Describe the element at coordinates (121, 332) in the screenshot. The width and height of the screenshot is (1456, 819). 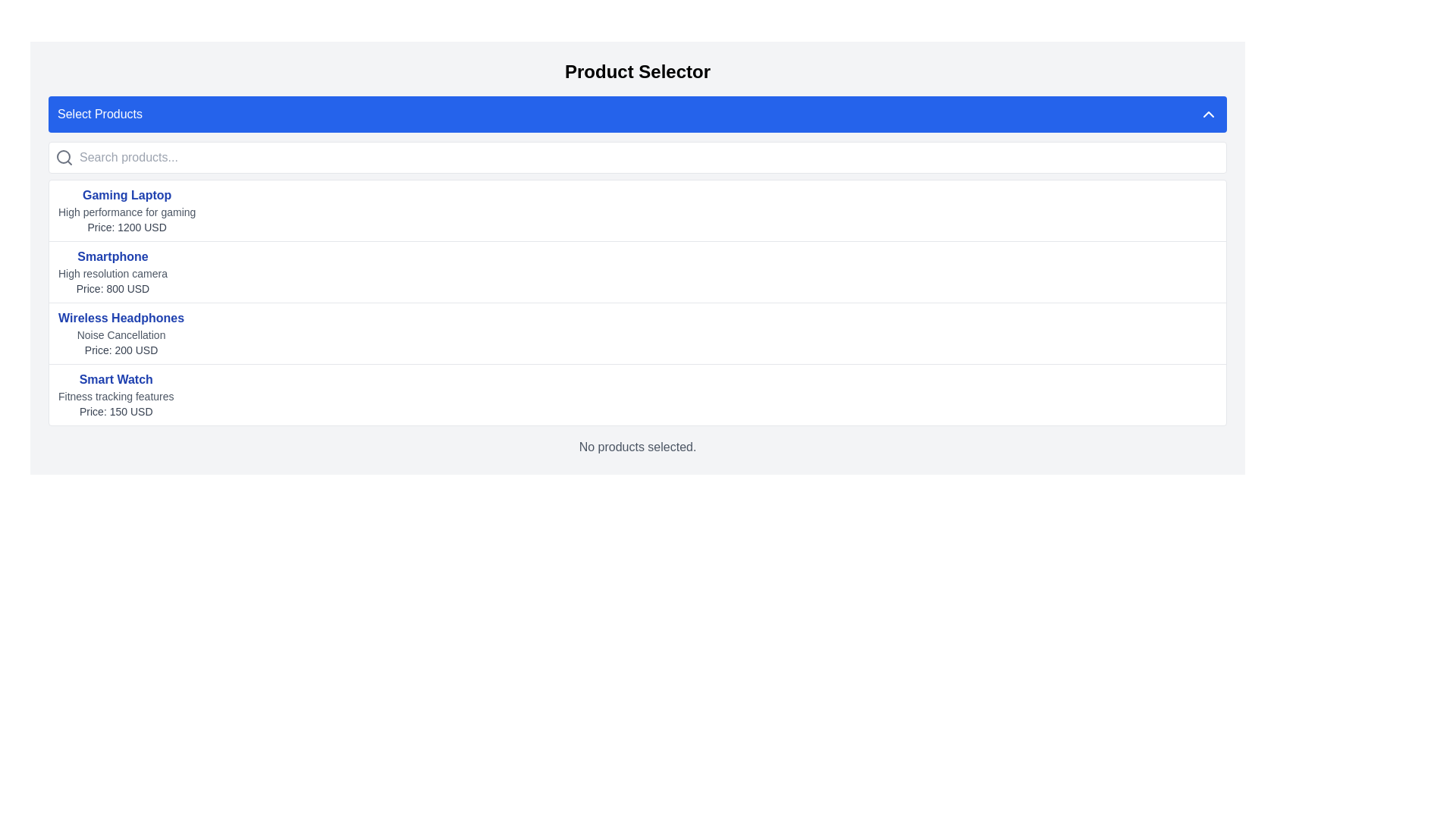
I see `the list item displaying 'Wireless Headphones' with rich text content, which includes 'Noise Cancellation' and 'Price: 200 USD'` at that location.